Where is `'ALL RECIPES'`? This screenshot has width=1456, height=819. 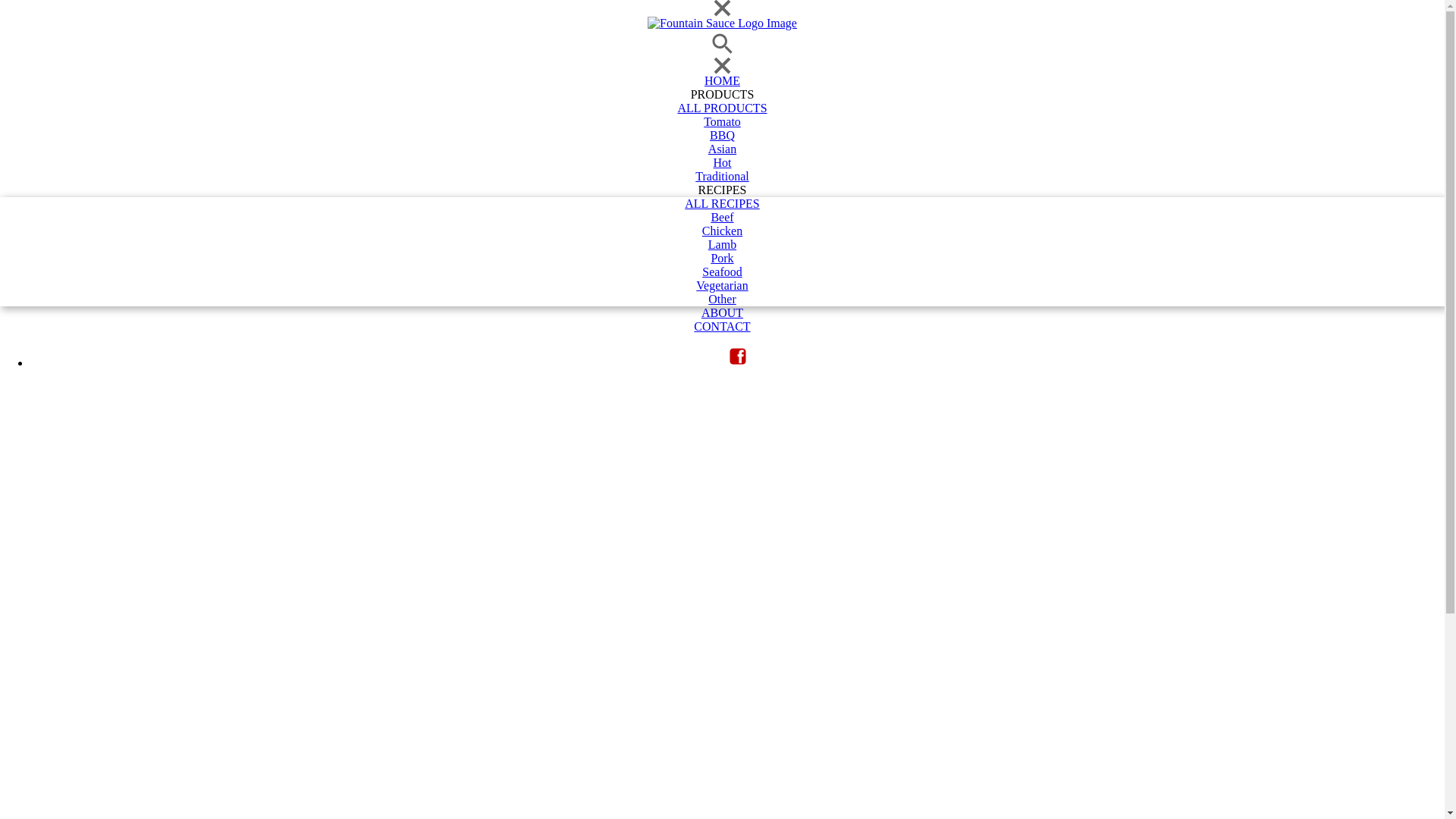 'ALL RECIPES' is located at coordinates (721, 203).